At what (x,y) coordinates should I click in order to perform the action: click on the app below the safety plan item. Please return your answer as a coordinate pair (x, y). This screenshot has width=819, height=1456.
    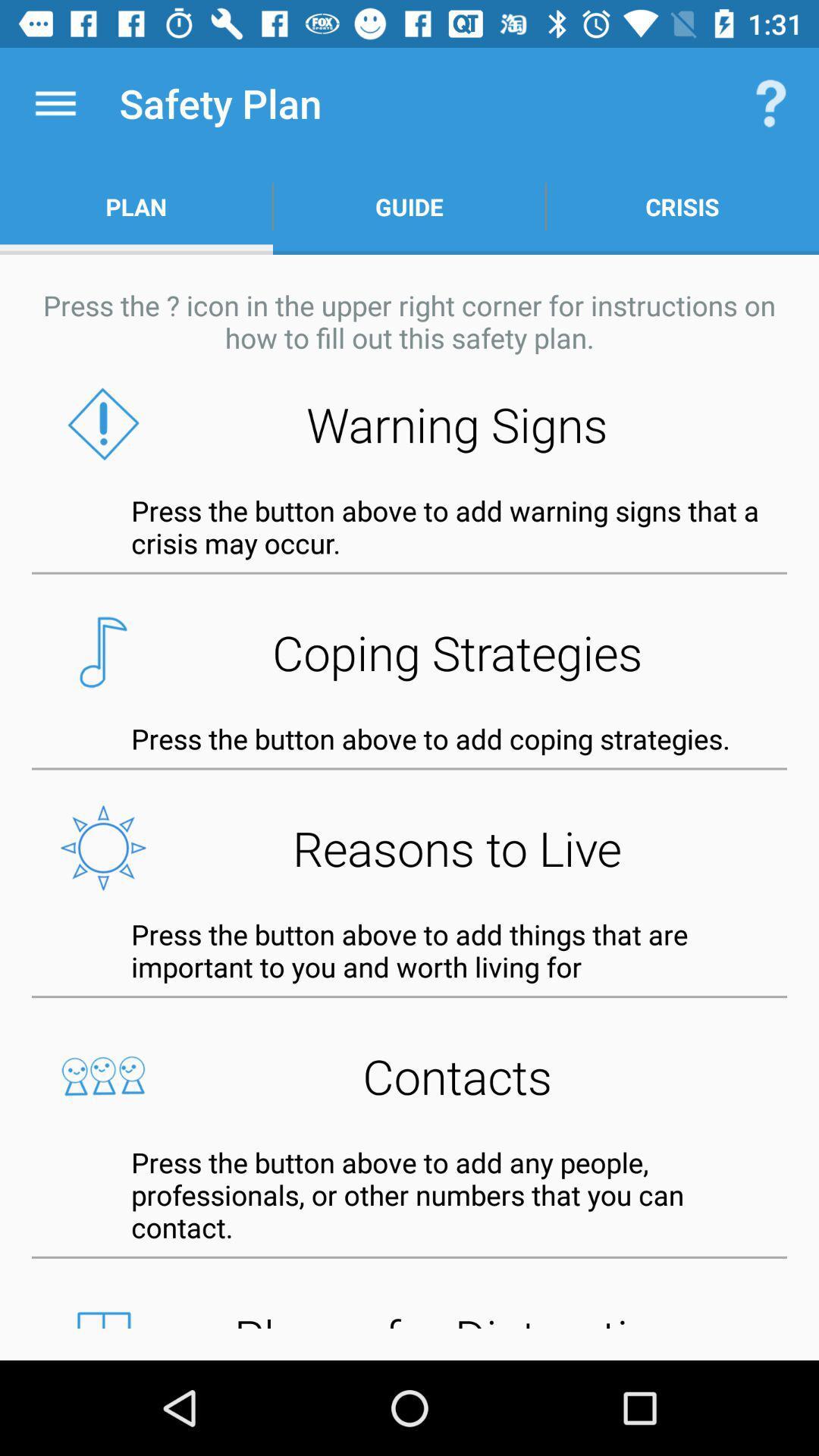
    Looking at the image, I should click on (409, 206).